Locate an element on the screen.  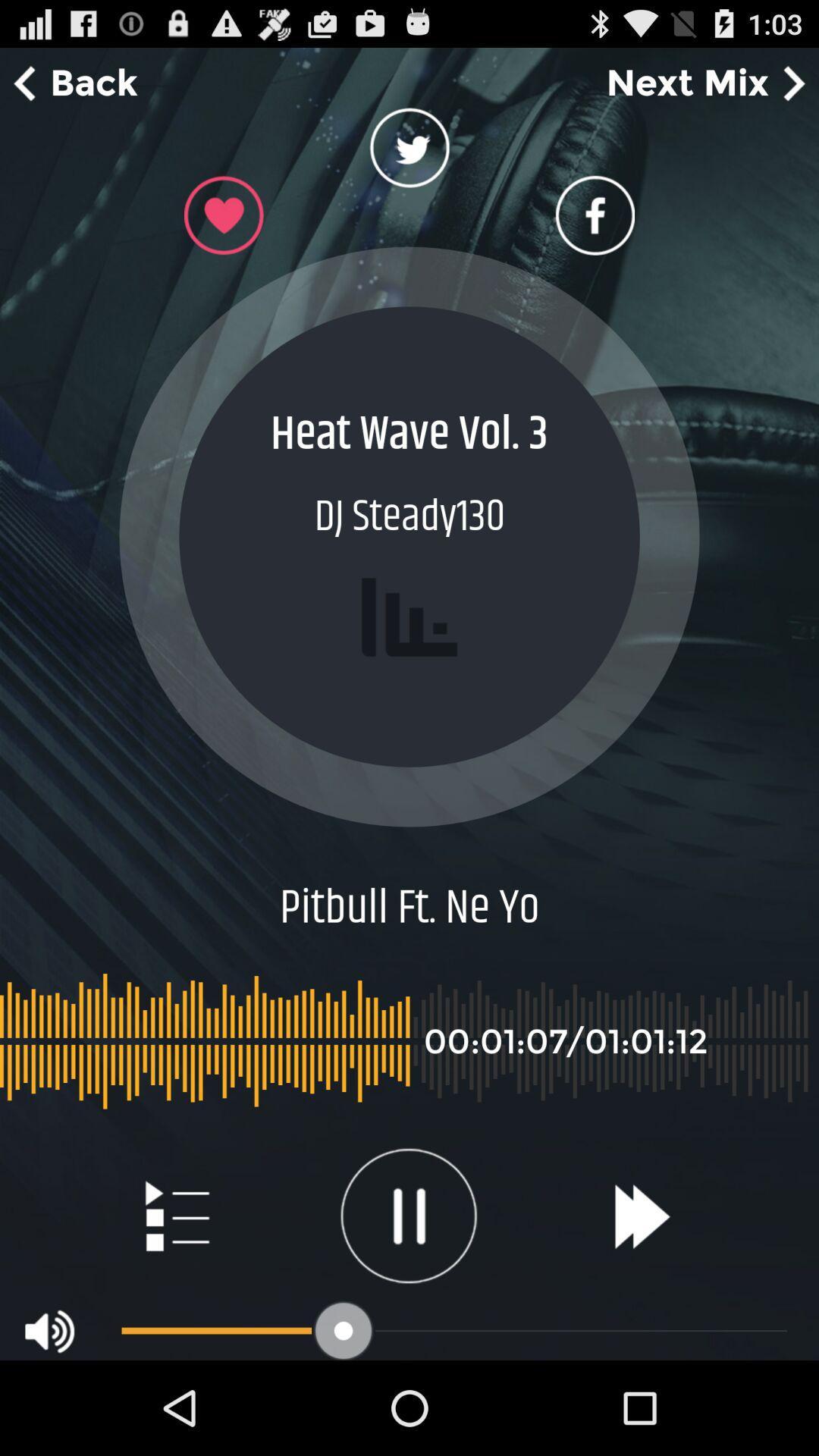
to favorites is located at coordinates (224, 215).